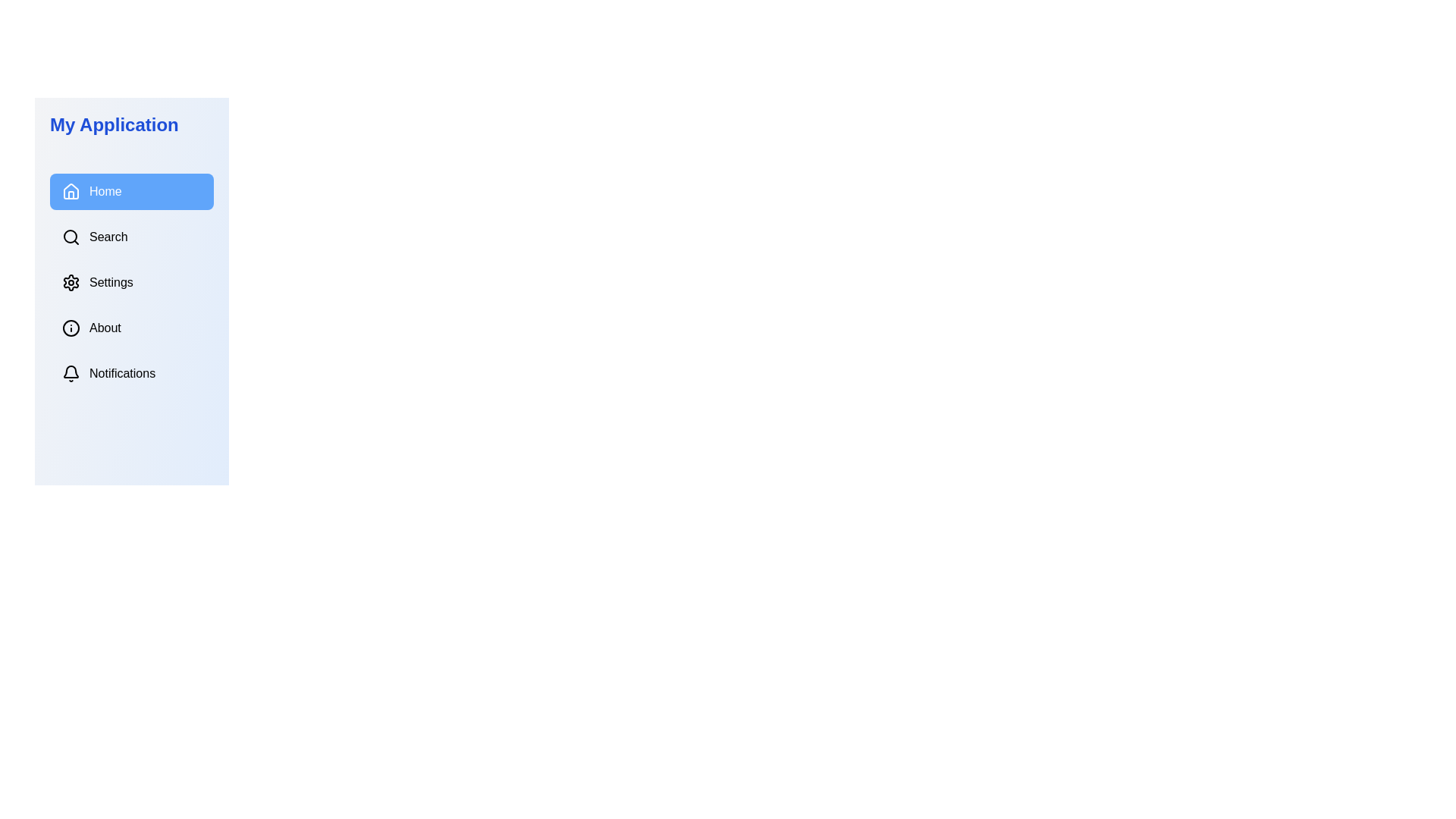 This screenshot has width=1456, height=819. Describe the element at coordinates (71, 283) in the screenshot. I see `the 'Settings' icon located in the sidebar menu` at that location.